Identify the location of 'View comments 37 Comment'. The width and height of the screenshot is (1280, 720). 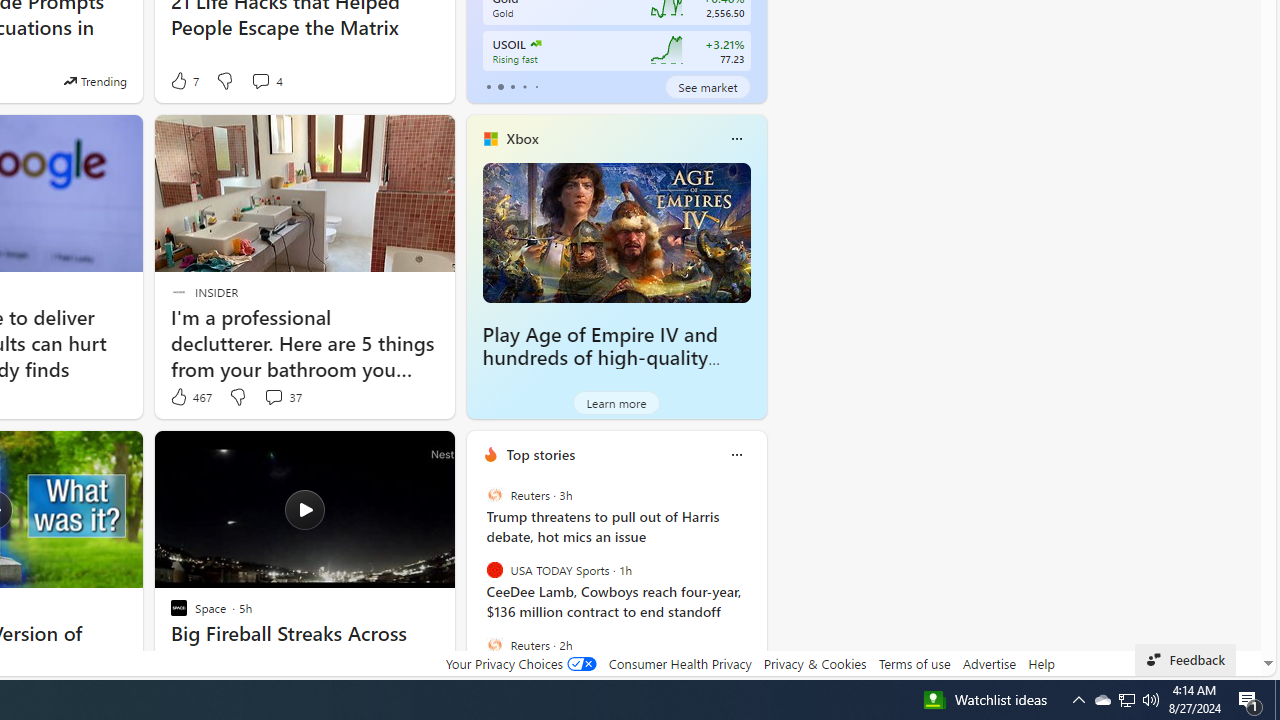
(272, 397).